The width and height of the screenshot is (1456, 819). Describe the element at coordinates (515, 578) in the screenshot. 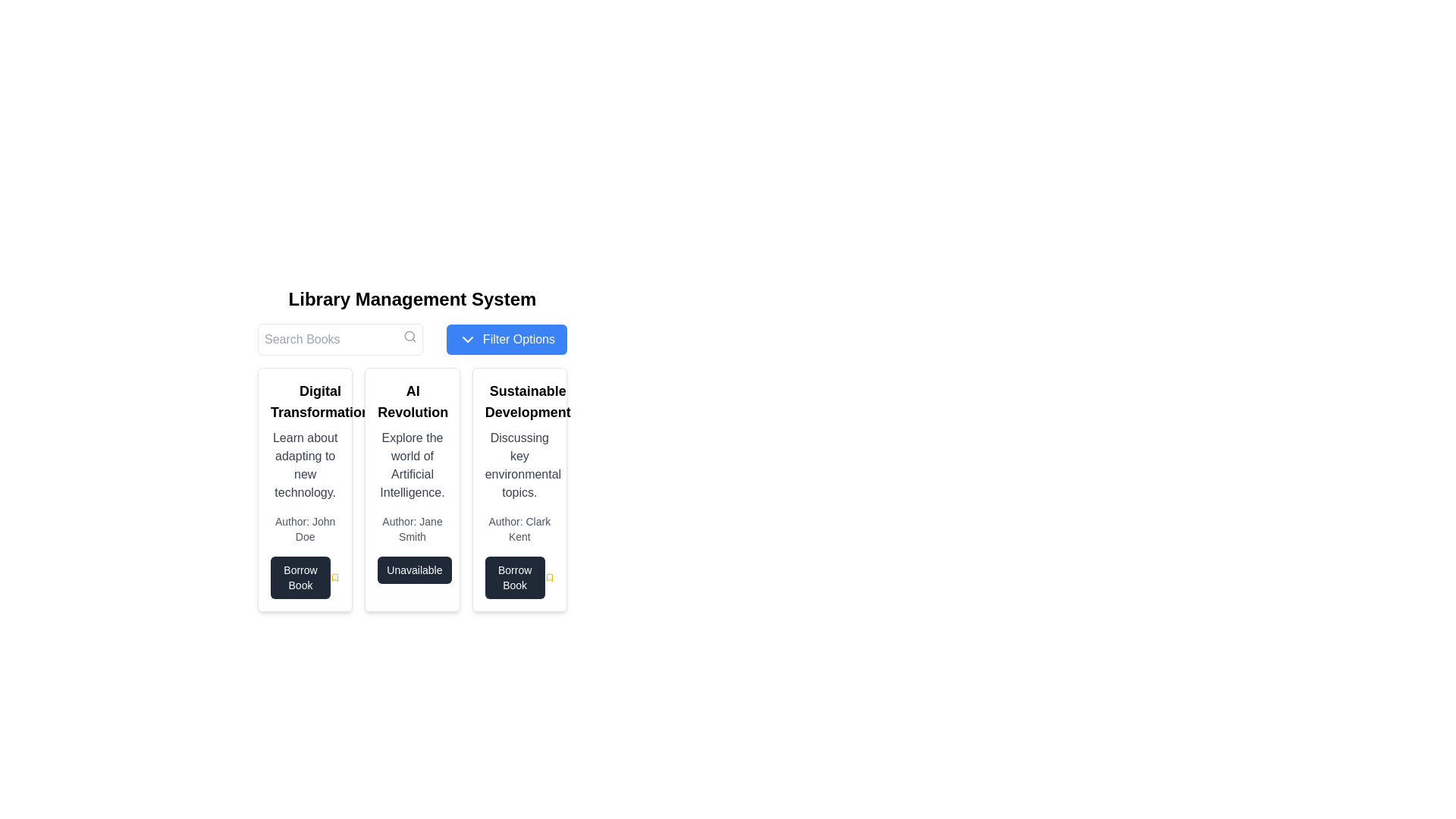

I see `the 'Borrow Book' button with a dark gray background and white text to activate its hover styling` at that location.